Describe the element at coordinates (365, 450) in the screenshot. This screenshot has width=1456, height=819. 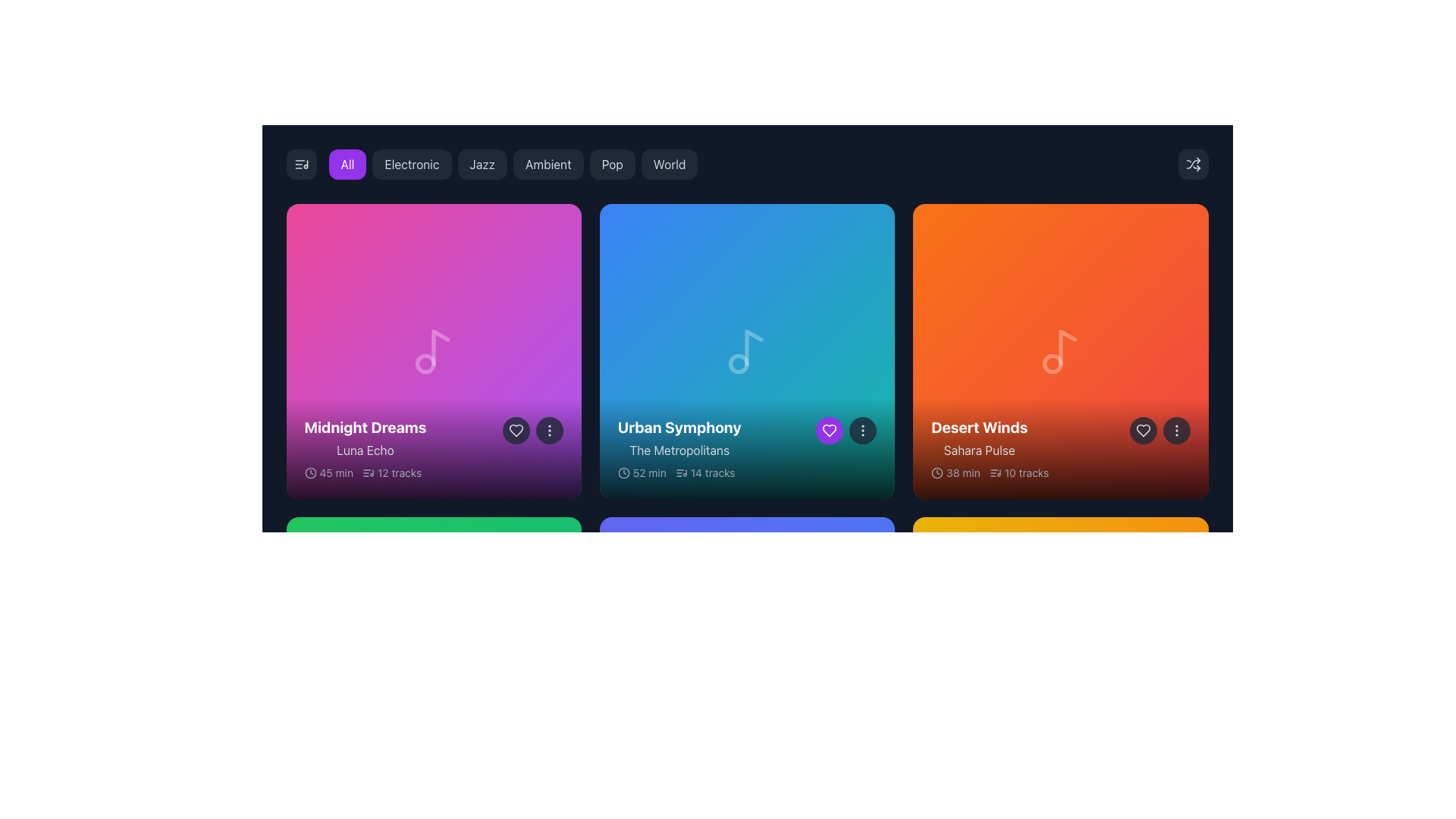
I see `text label that provides additional information about the primary text 'Midnight Dreams', positioned directly below the sibling element within the first column and first row of the visible grid` at that location.